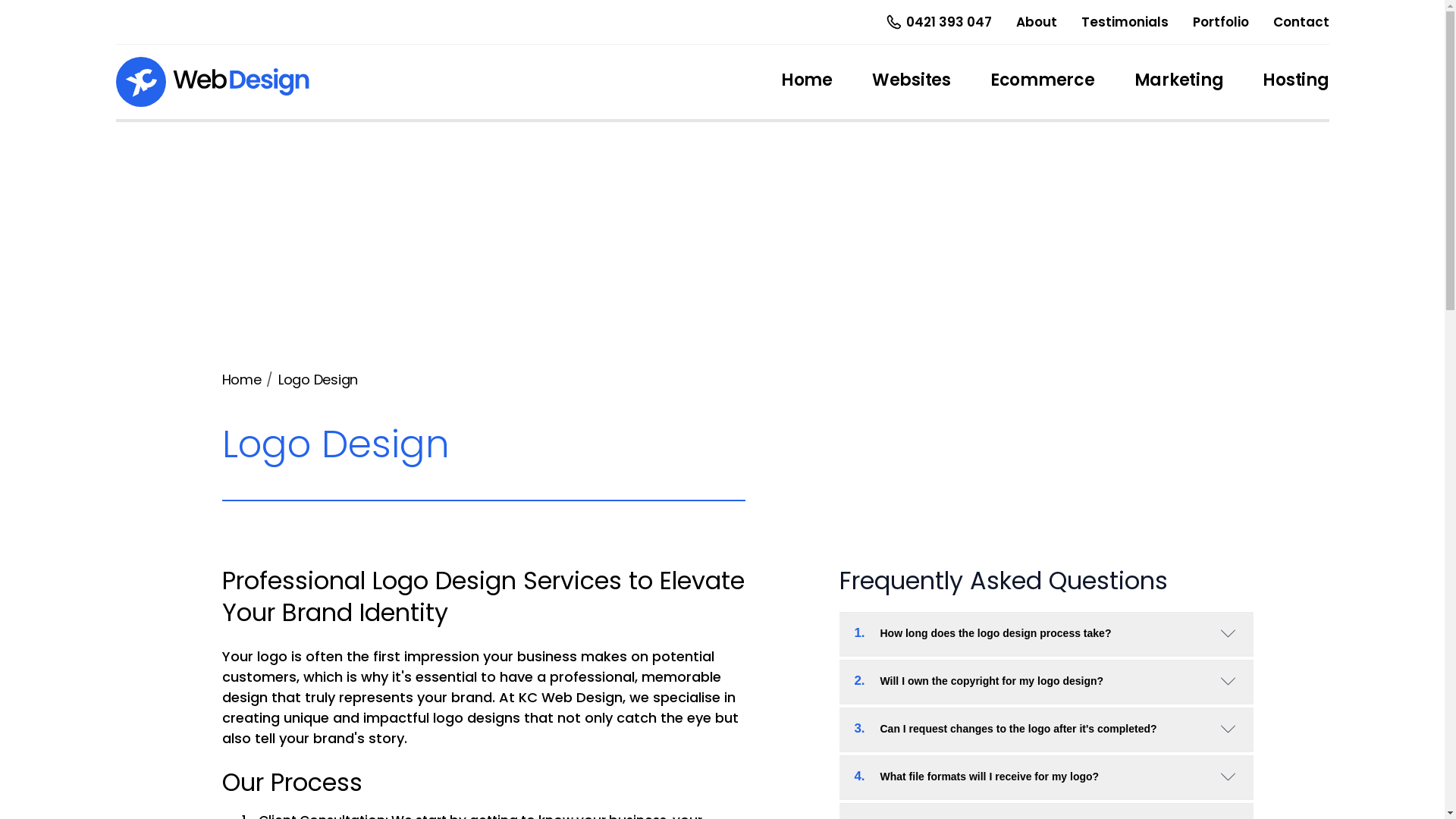 The width and height of the screenshot is (1456, 819). Describe the element at coordinates (936, 22) in the screenshot. I see `'0421 393 047'` at that location.